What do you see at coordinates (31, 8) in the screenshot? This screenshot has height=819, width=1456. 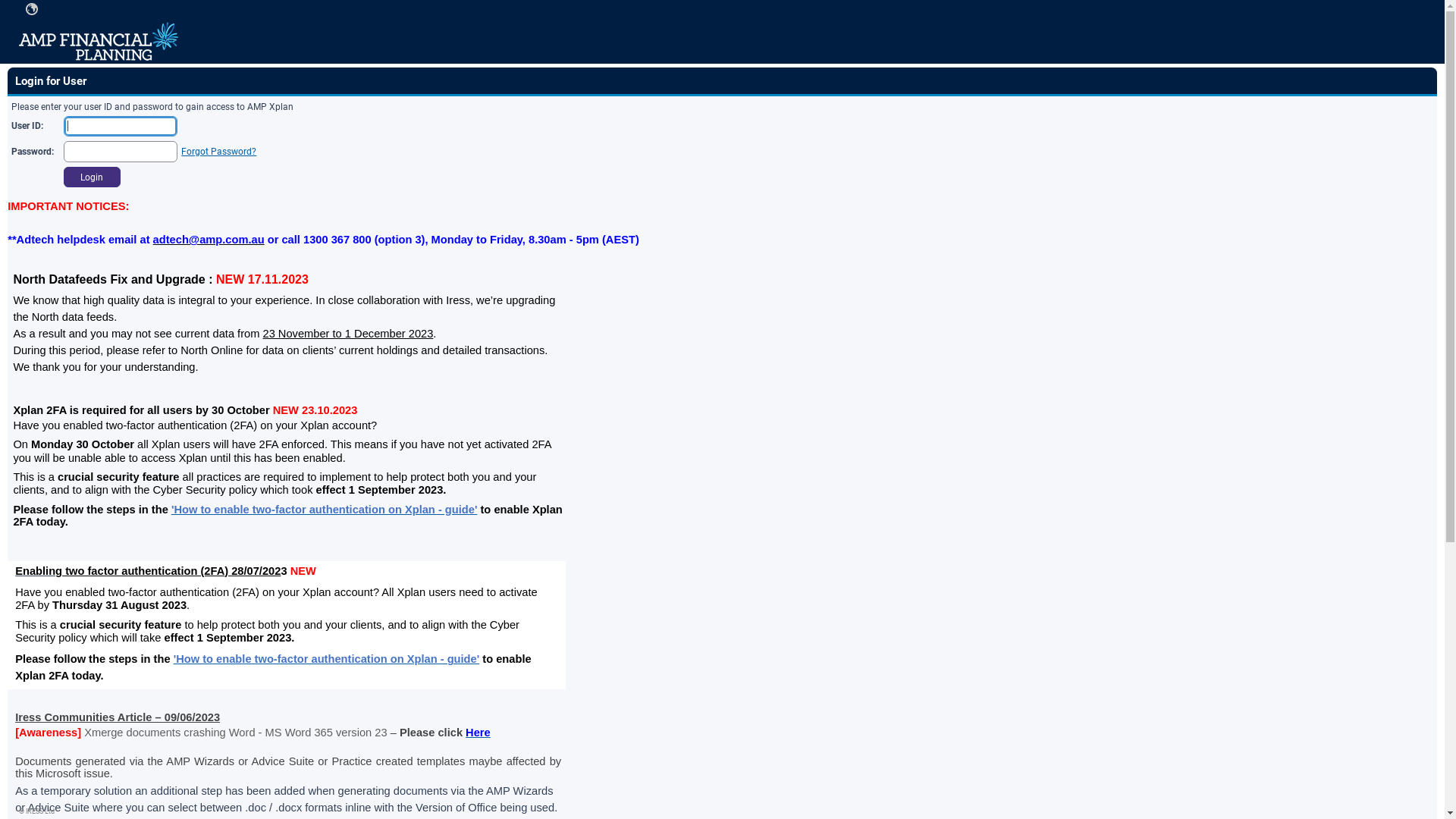 I see `' '` at bounding box center [31, 8].